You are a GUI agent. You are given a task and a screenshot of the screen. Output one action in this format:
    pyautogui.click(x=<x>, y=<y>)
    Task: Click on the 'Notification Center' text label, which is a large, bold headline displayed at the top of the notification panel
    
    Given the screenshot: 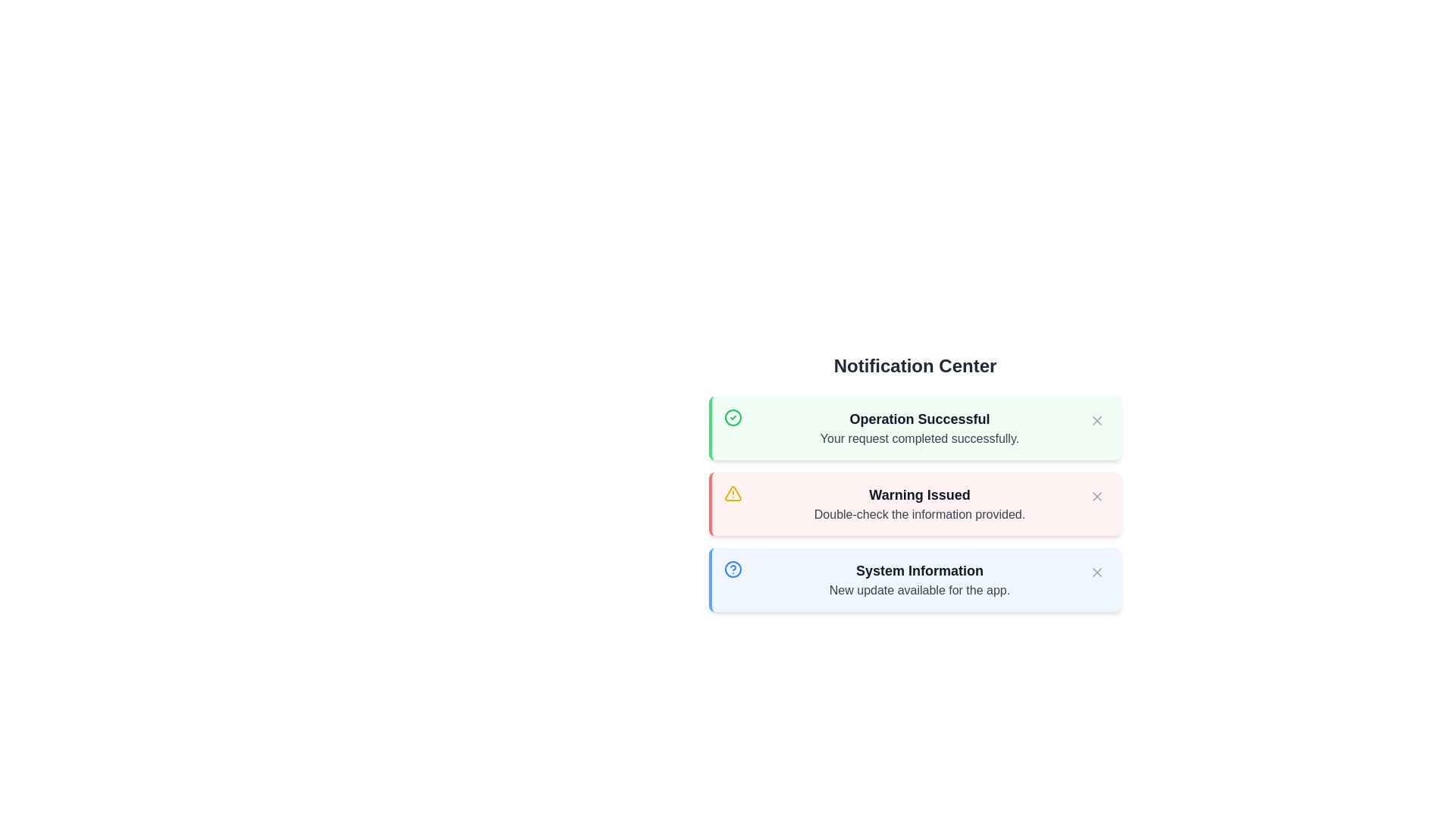 What is the action you would take?
    pyautogui.click(x=914, y=366)
    